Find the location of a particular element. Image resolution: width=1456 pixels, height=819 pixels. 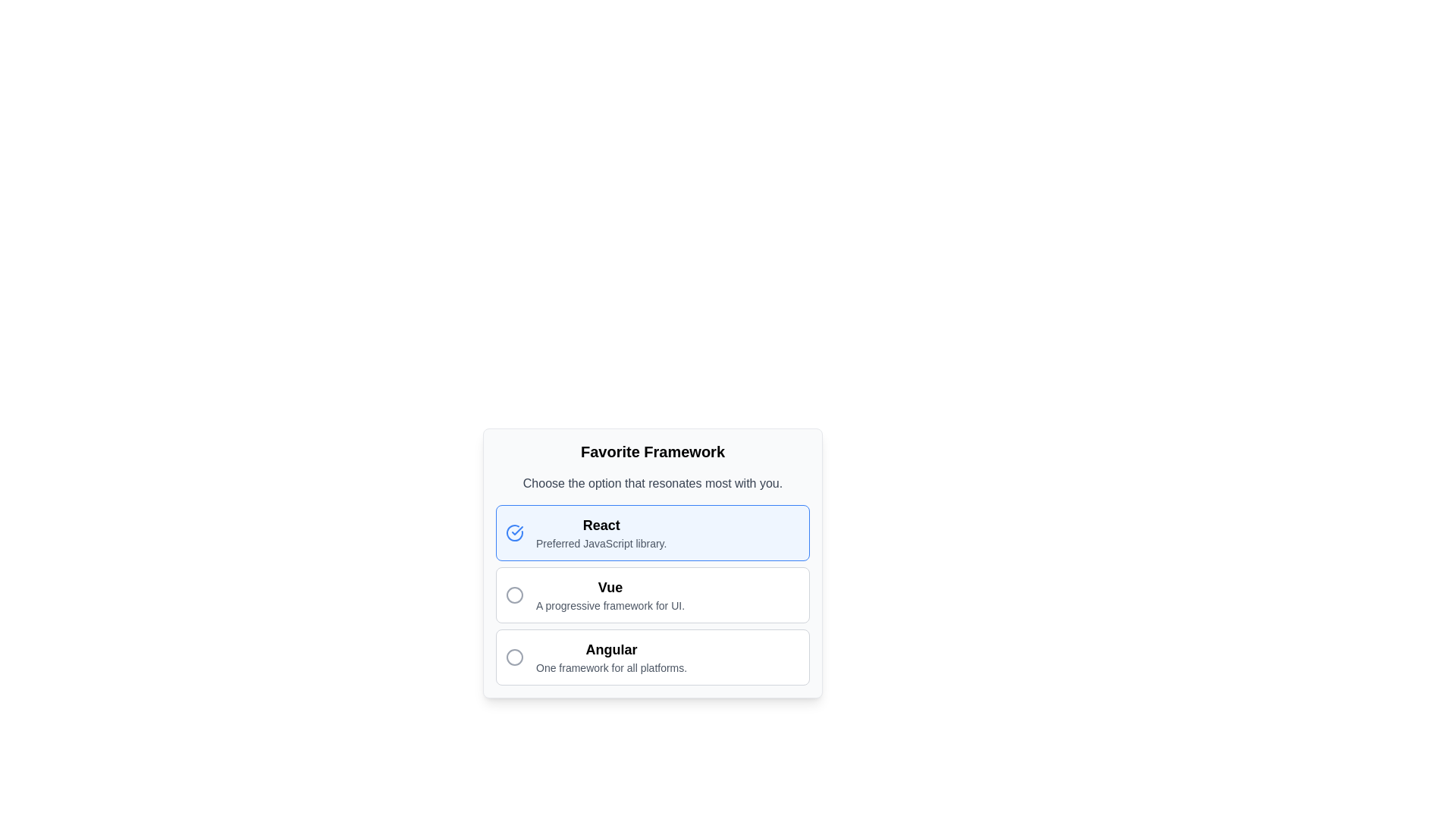

to select the checkbox for the 'Vue' option, which is the second item in a vertical list of options under the title 'Favorite Framework' is located at coordinates (652, 595).